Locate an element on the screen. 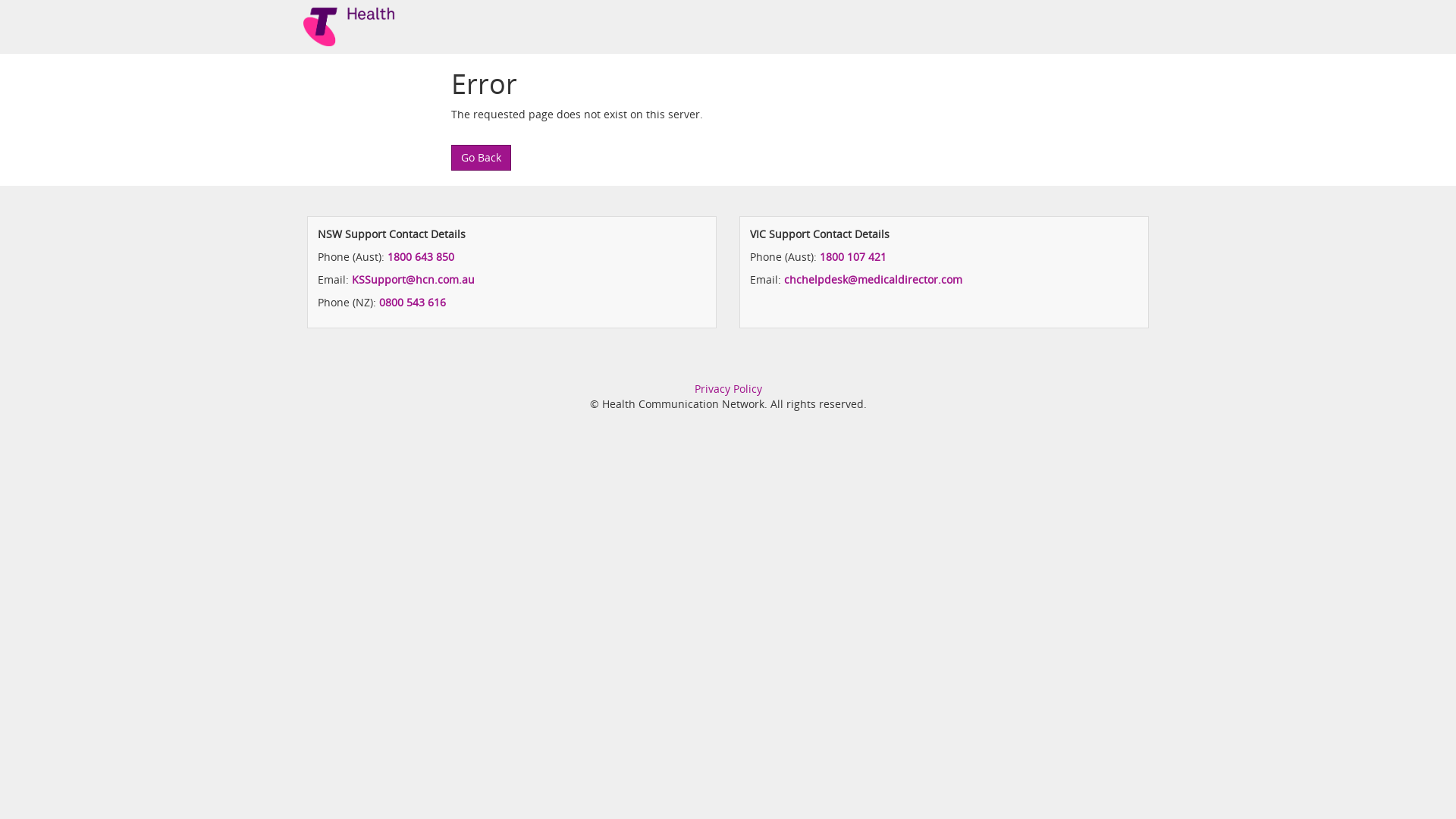 The height and width of the screenshot is (819, 1456). 'Go Back' is located at coordinates (480, 158).